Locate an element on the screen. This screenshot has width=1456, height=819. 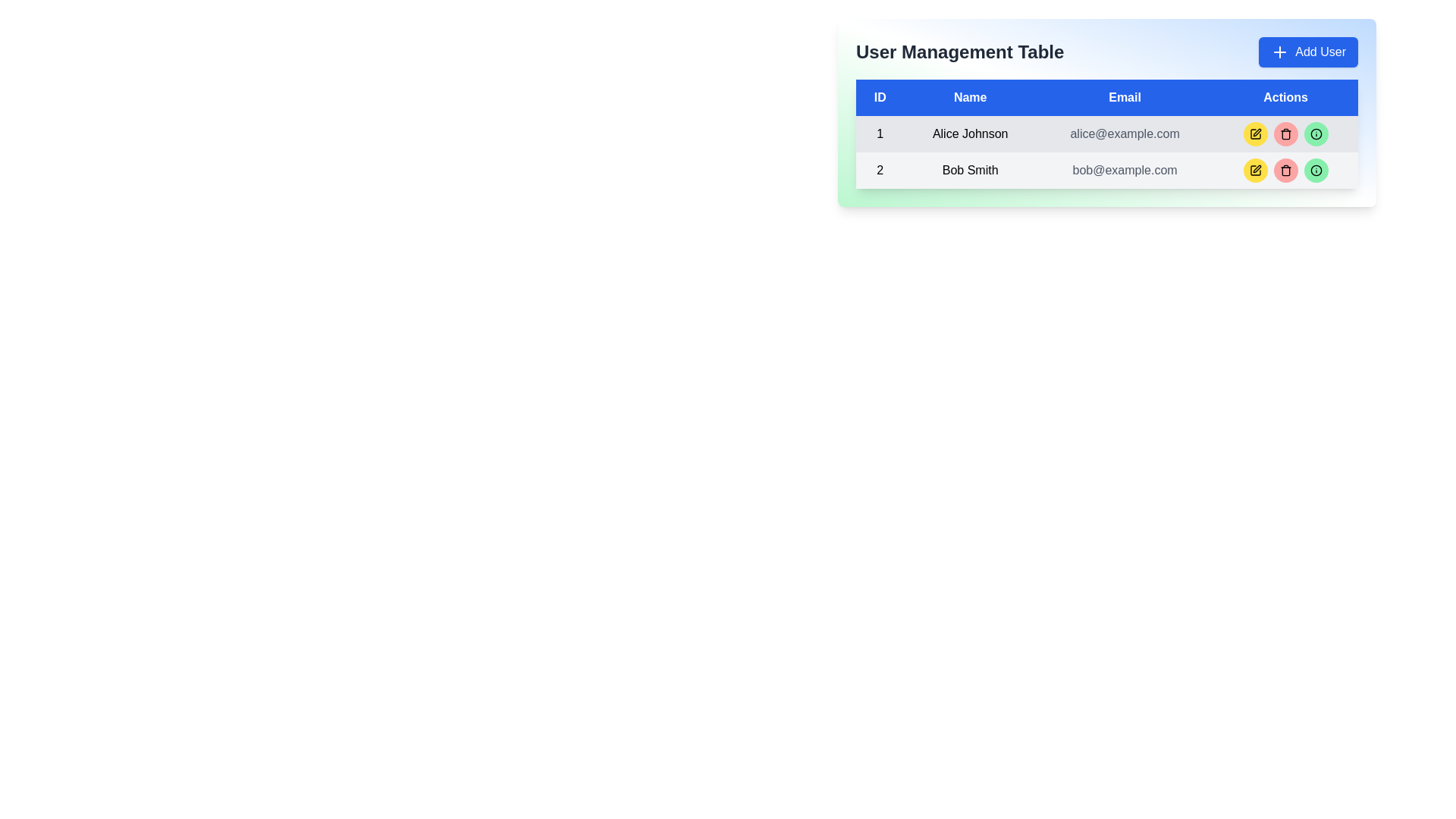
the text label displaying 'Alice Johnson', located in the second column of the first row of the user management table is located at coordinates (969, 133).